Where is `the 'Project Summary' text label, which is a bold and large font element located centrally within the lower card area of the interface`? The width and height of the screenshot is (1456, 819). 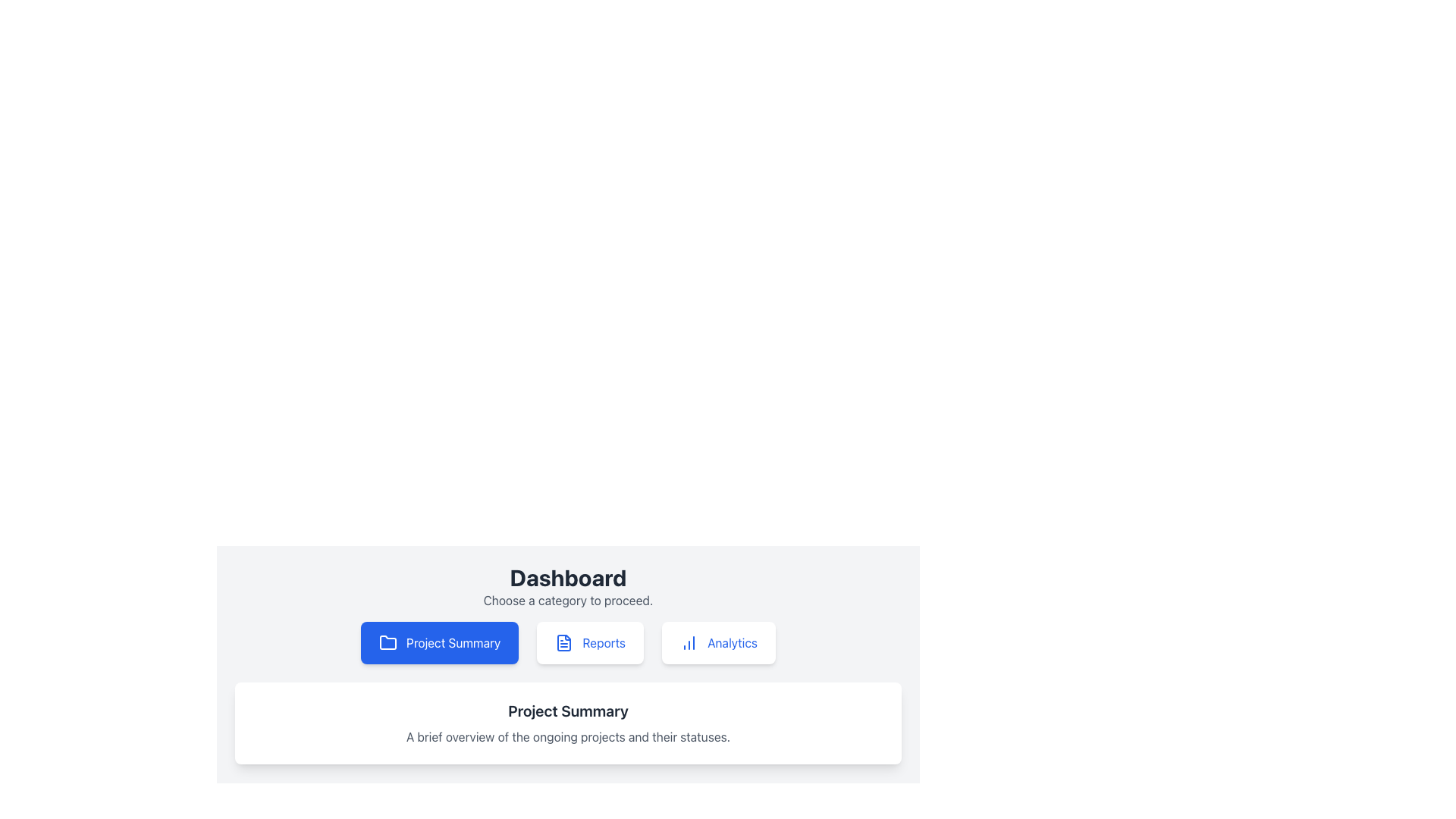 the 'Project Summary' text label, which is a bold and large font element located centrally within the lower card area of the interface is located at coordinates (567, 711).